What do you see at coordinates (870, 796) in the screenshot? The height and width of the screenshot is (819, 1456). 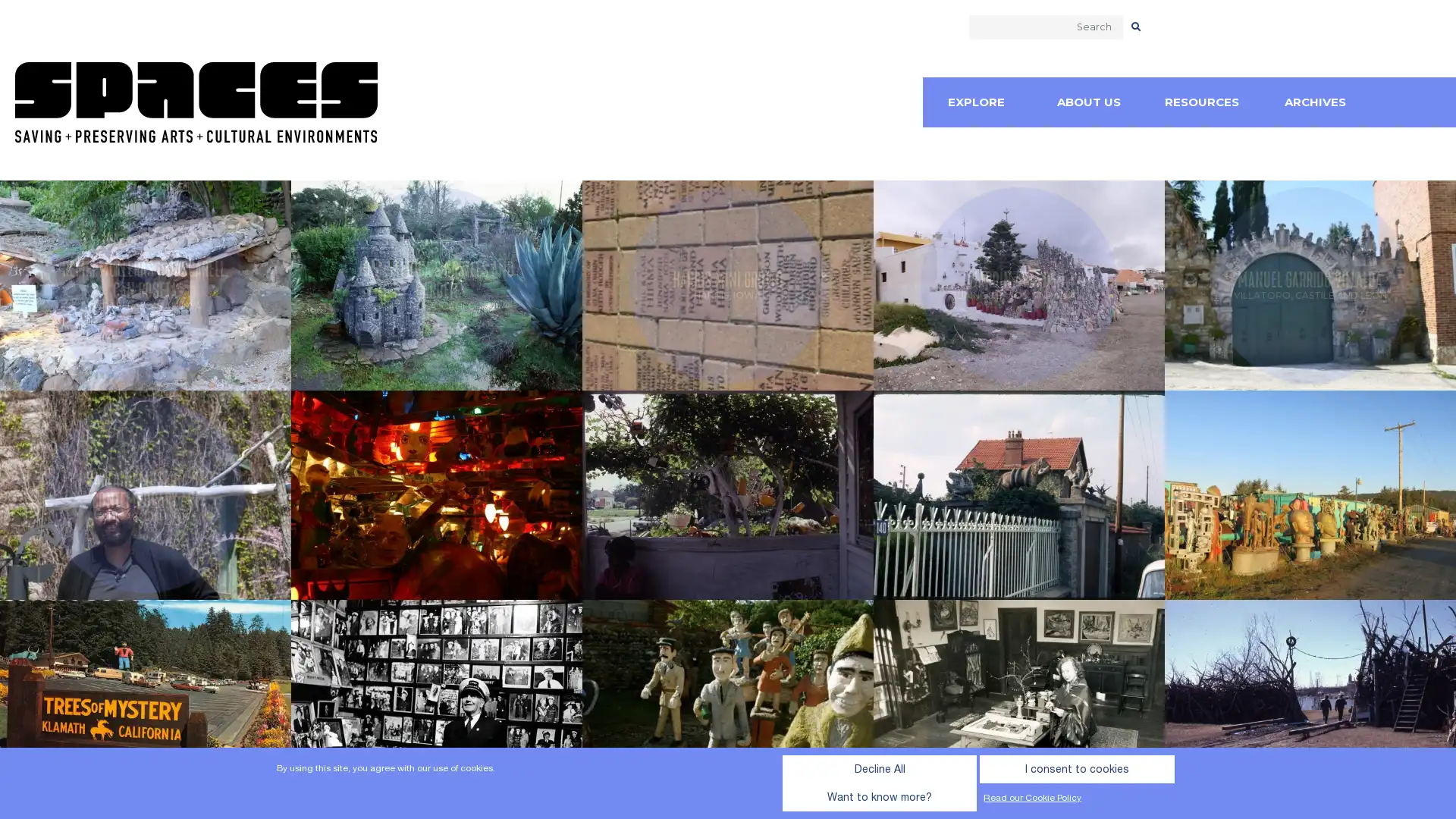 I see `I consent to cookies` at bounding box center [870, 796].